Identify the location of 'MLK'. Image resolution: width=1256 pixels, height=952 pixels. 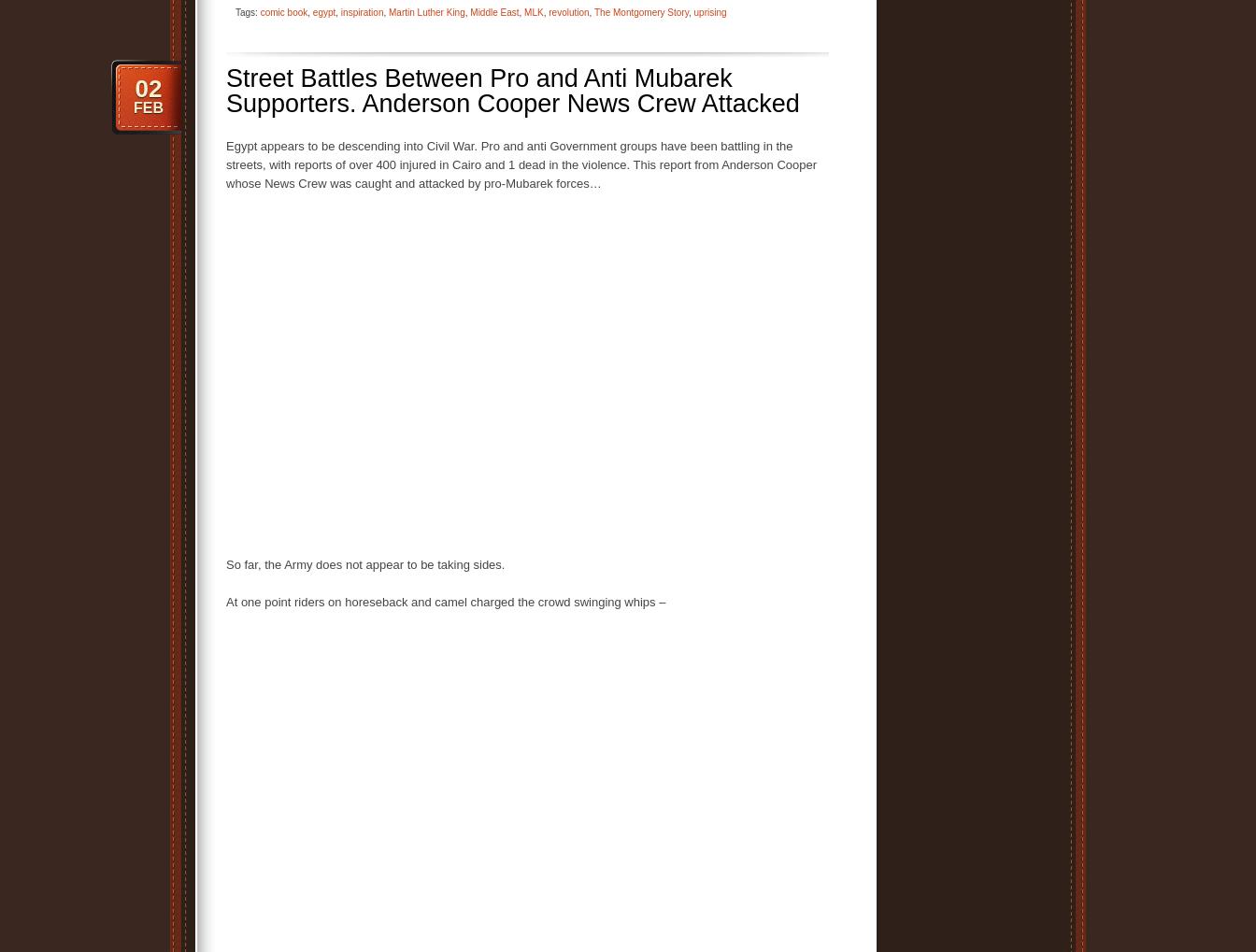
(534, 10).